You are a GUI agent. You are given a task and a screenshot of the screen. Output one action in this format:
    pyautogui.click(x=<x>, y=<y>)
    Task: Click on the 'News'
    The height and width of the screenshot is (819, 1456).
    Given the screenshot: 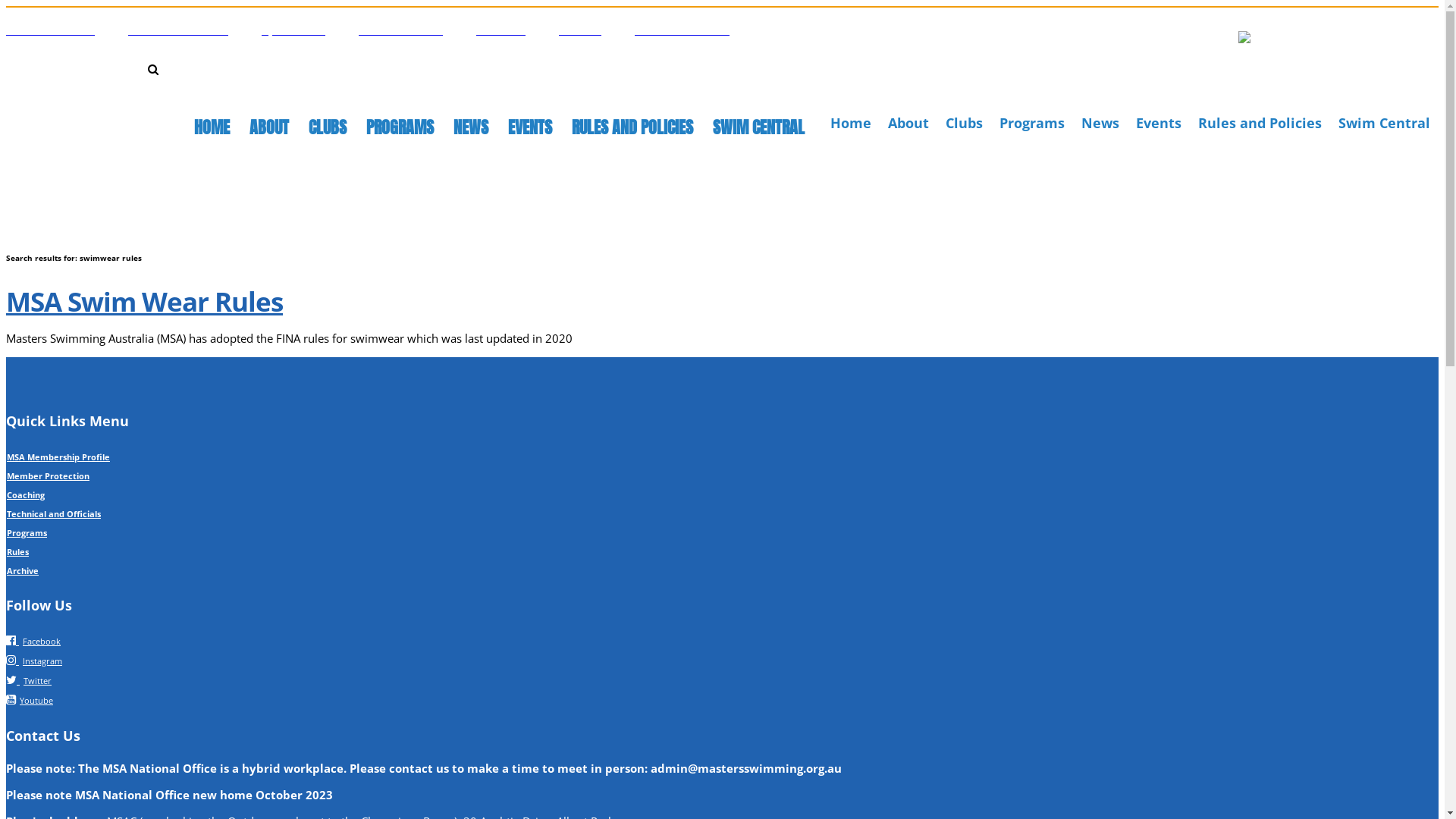 What is the action you would take?
    pyautogui.click(x=1100, y=122)
    